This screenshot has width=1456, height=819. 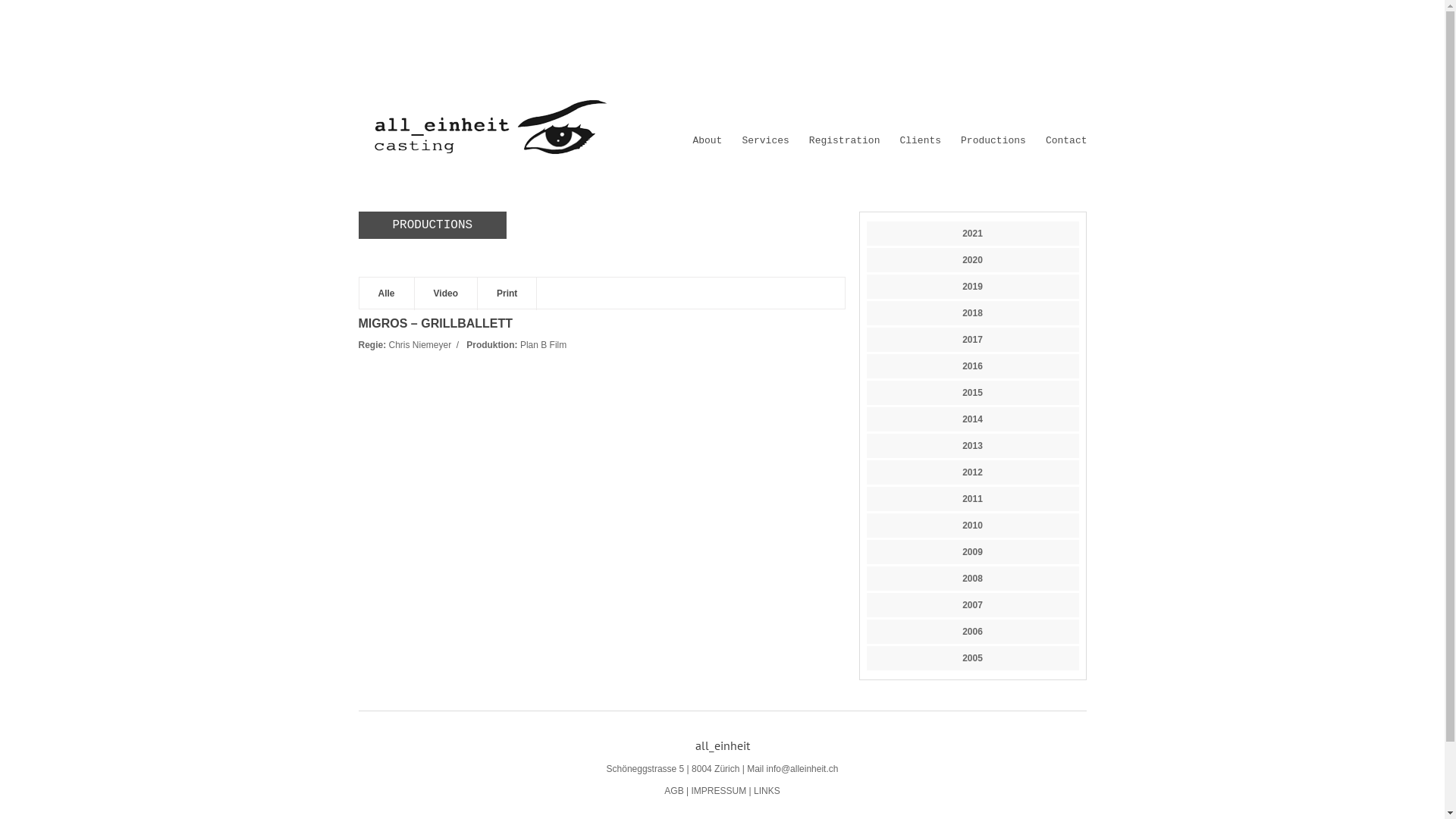 I want to click on '2020', so click(x=961, y=259).